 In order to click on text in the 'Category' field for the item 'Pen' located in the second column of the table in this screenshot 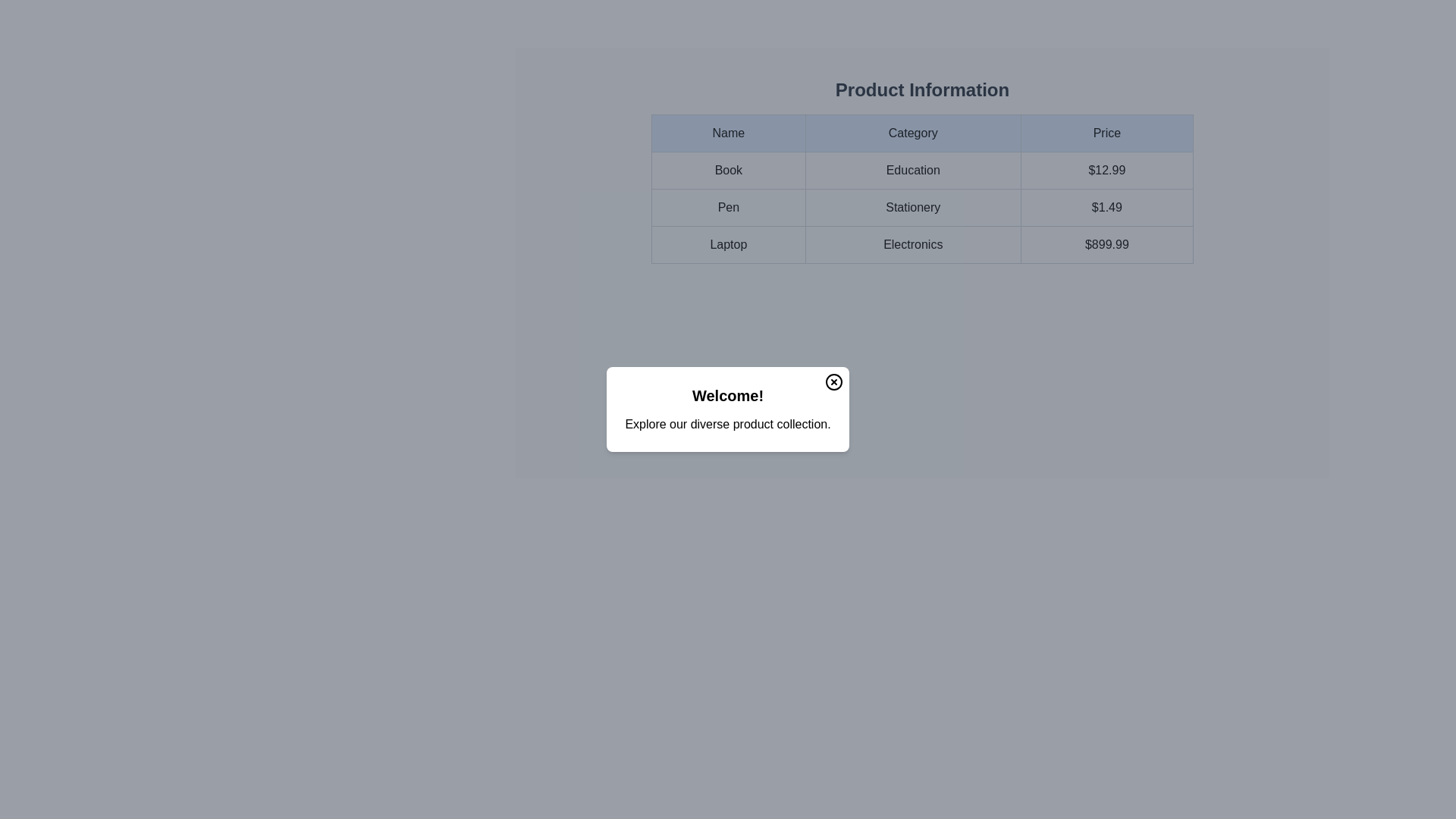, I will do `click(921, 207)`.